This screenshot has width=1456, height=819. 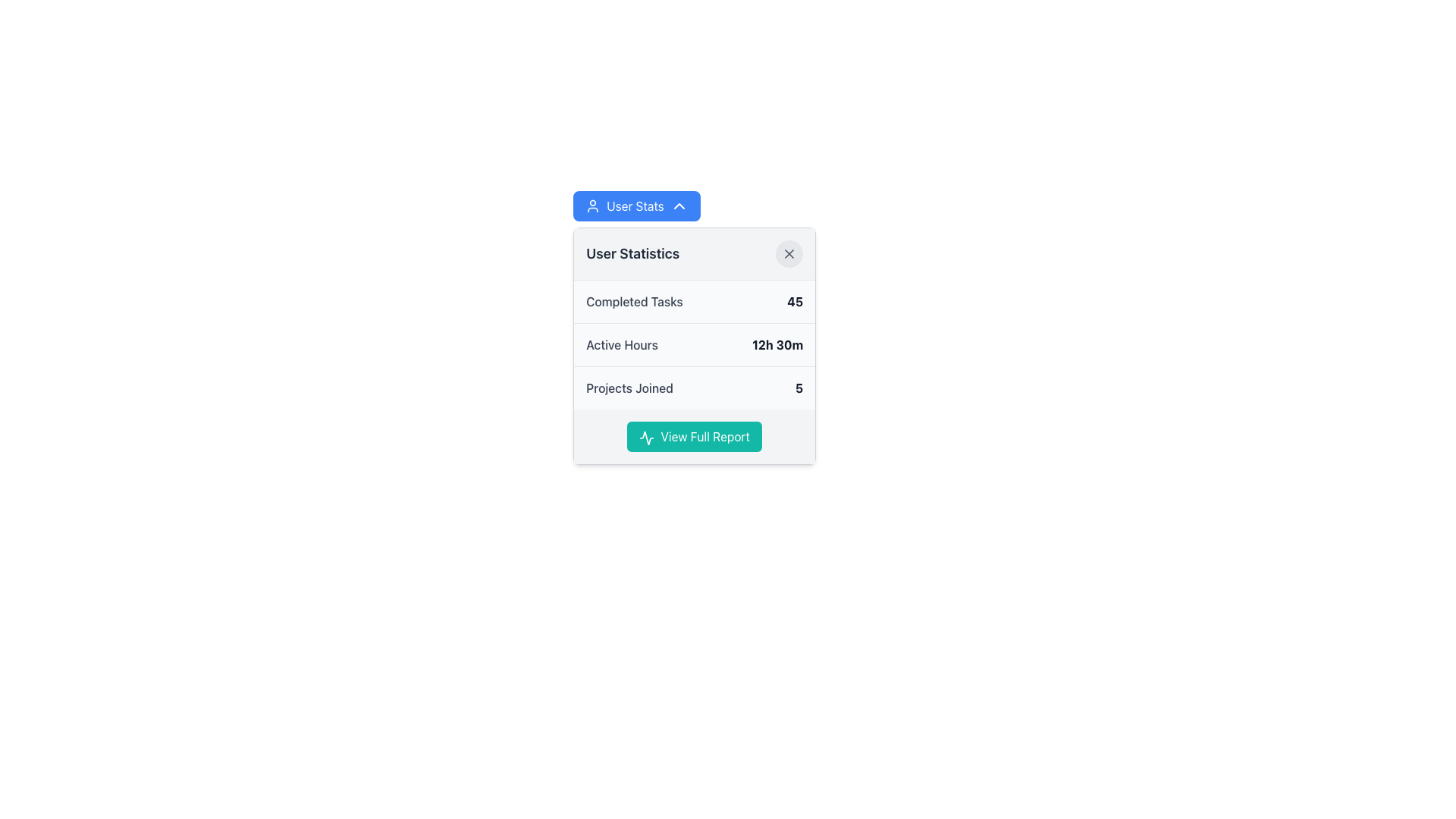 I want to click on the Informational summary row that displays the number of completed tasks by the user, located above the 'Active Hours' and 'Projects Joined' sections, so click(x=694, y=301).